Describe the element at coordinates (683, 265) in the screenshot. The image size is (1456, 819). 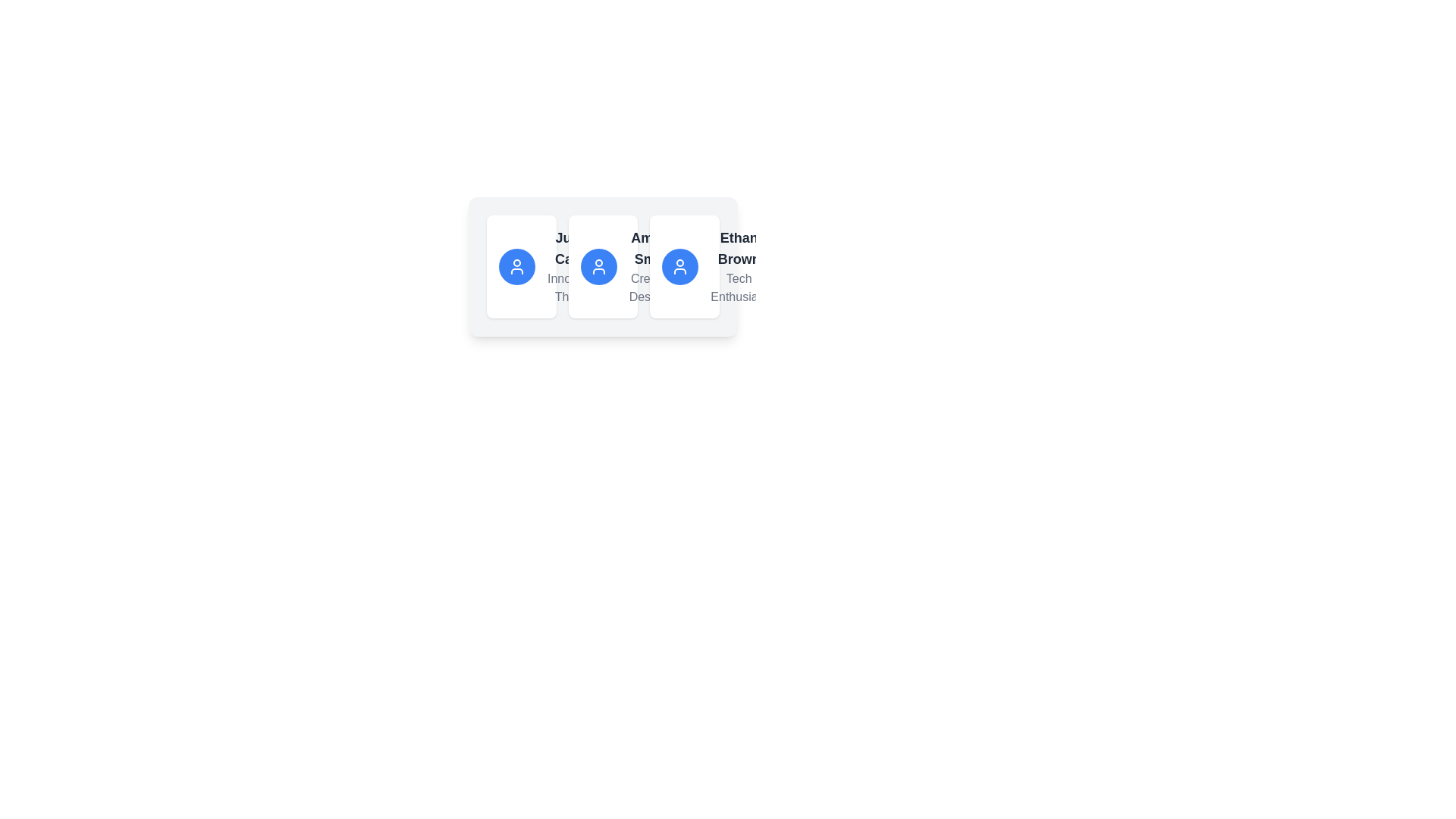
I see `the text 'Ethan Brown' in the Profile display element` at that location.